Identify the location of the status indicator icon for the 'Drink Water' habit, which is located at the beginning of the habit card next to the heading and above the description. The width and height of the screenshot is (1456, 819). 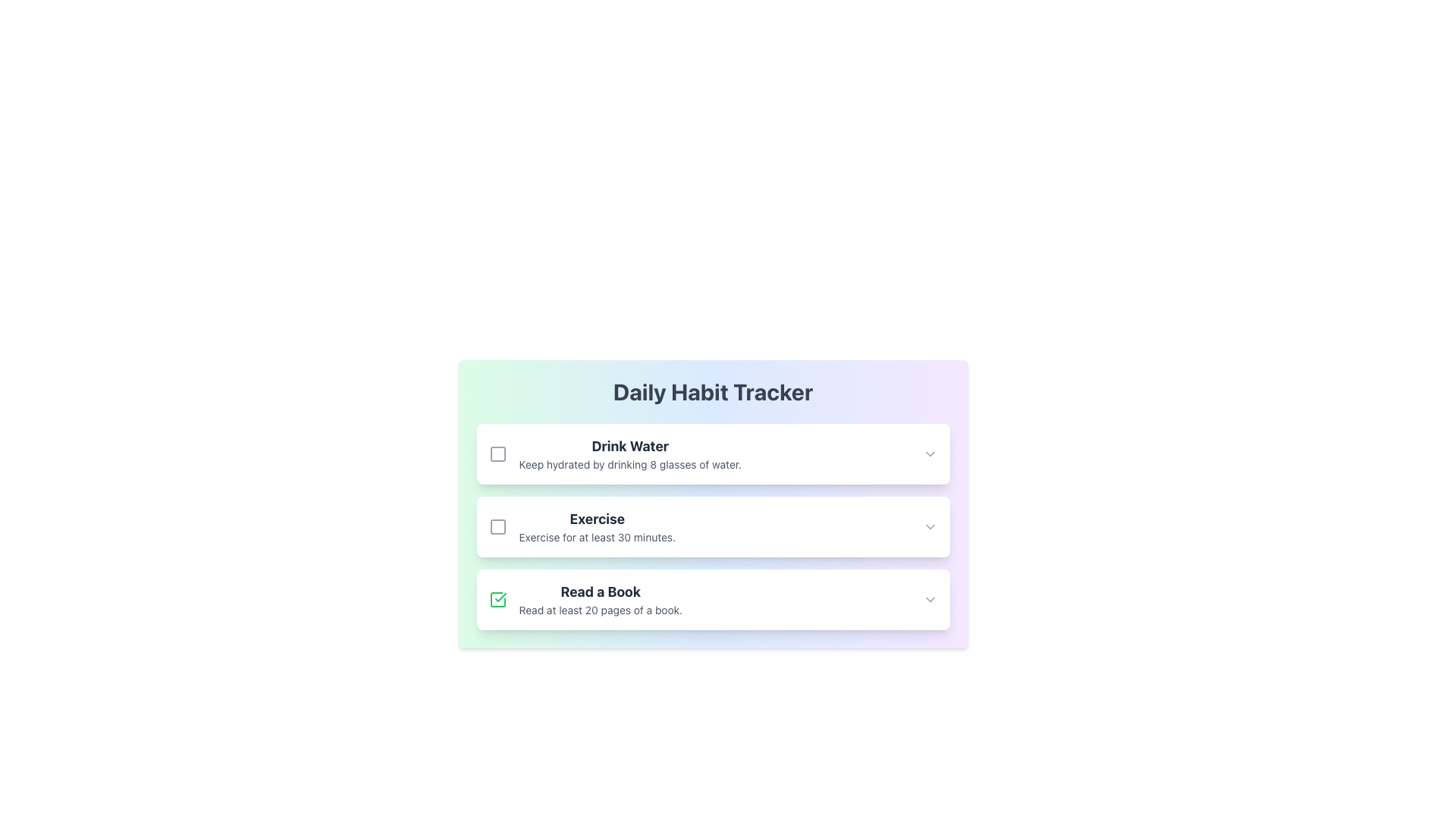
(497, 453).